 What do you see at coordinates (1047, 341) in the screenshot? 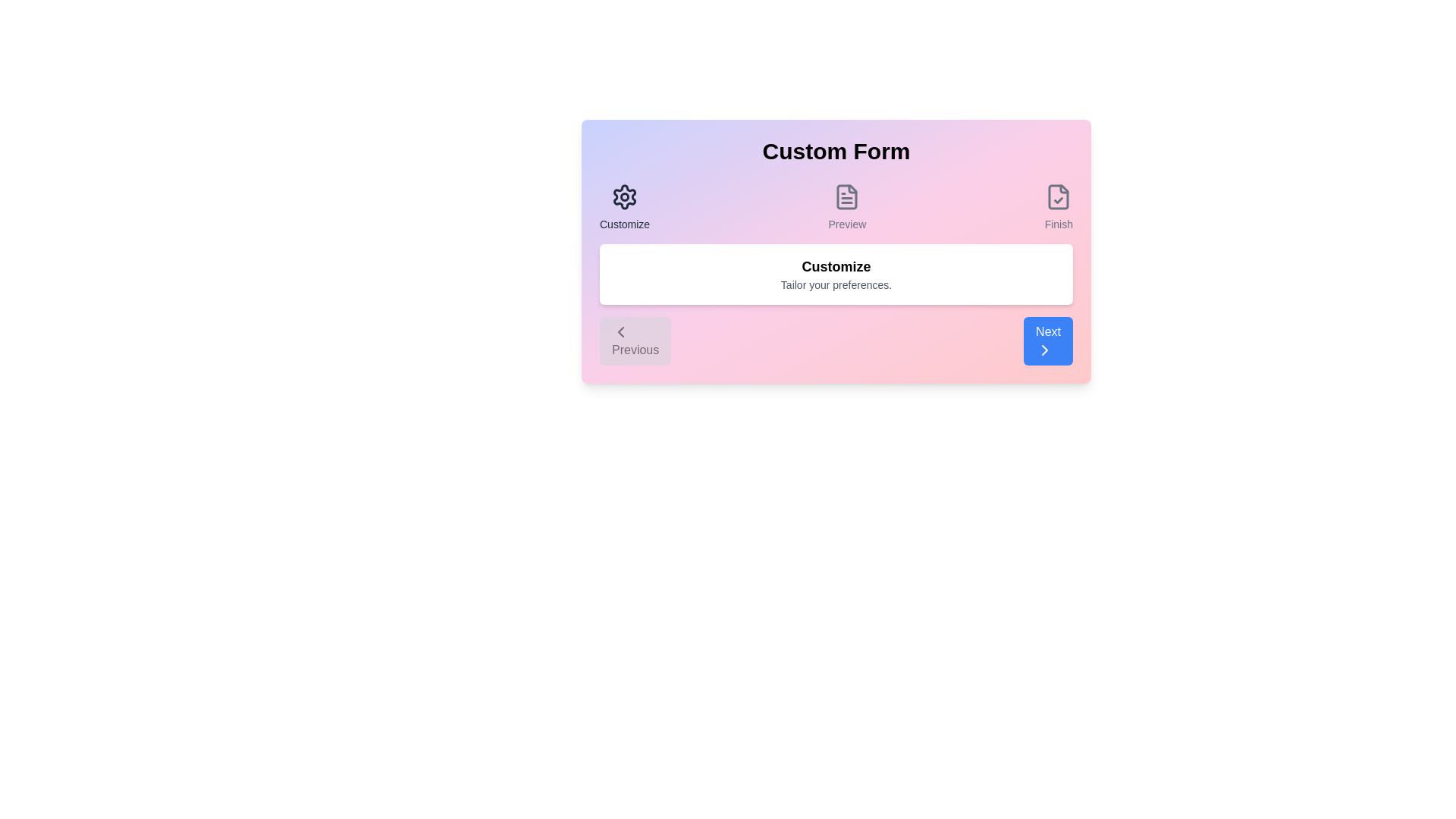
I see `the button labeled Next to observe visual feedback` at bounding box center [1047, 341].